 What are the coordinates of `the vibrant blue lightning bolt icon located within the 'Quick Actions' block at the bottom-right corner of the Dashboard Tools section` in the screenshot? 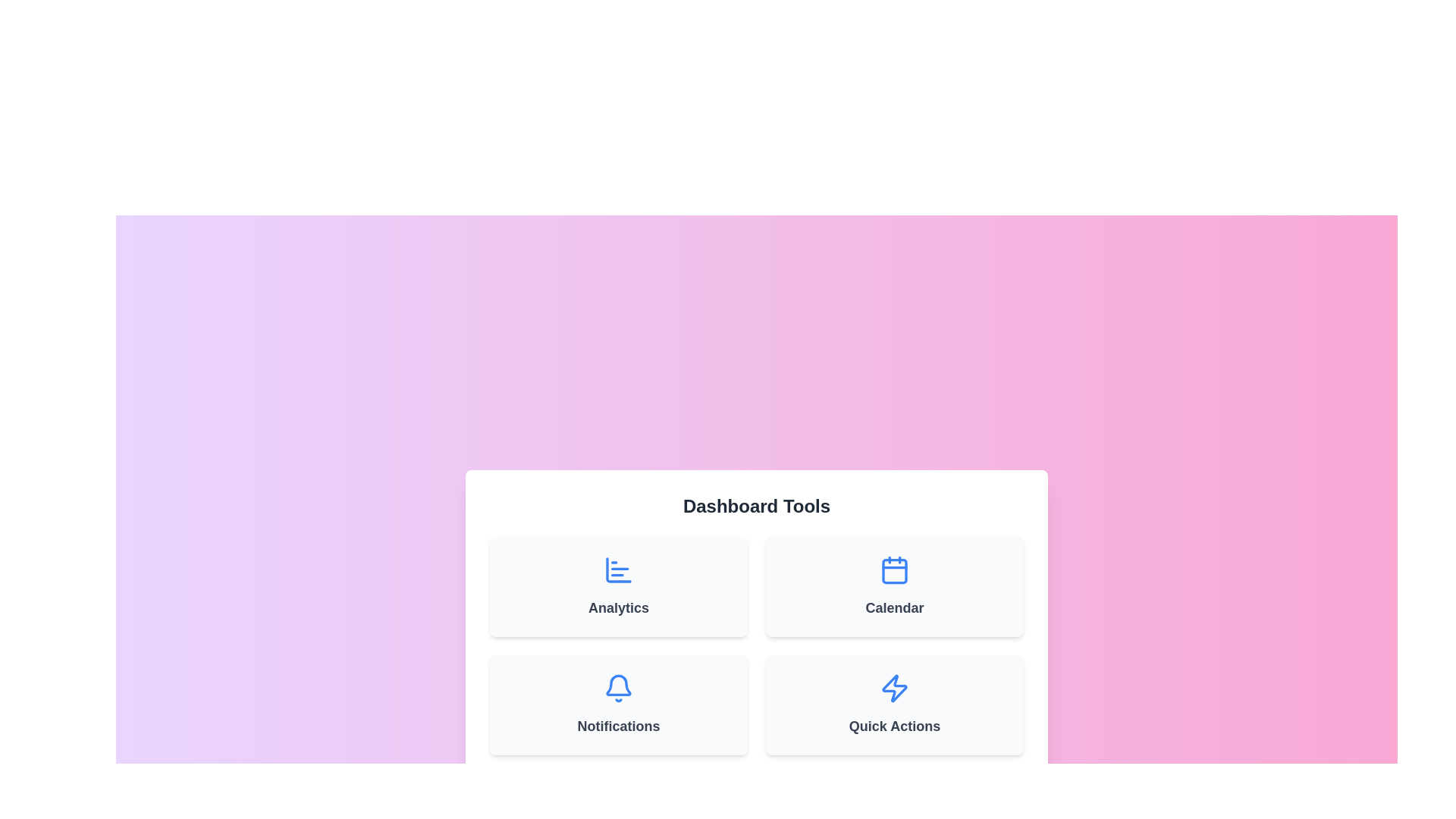 It's located at (895, 688).